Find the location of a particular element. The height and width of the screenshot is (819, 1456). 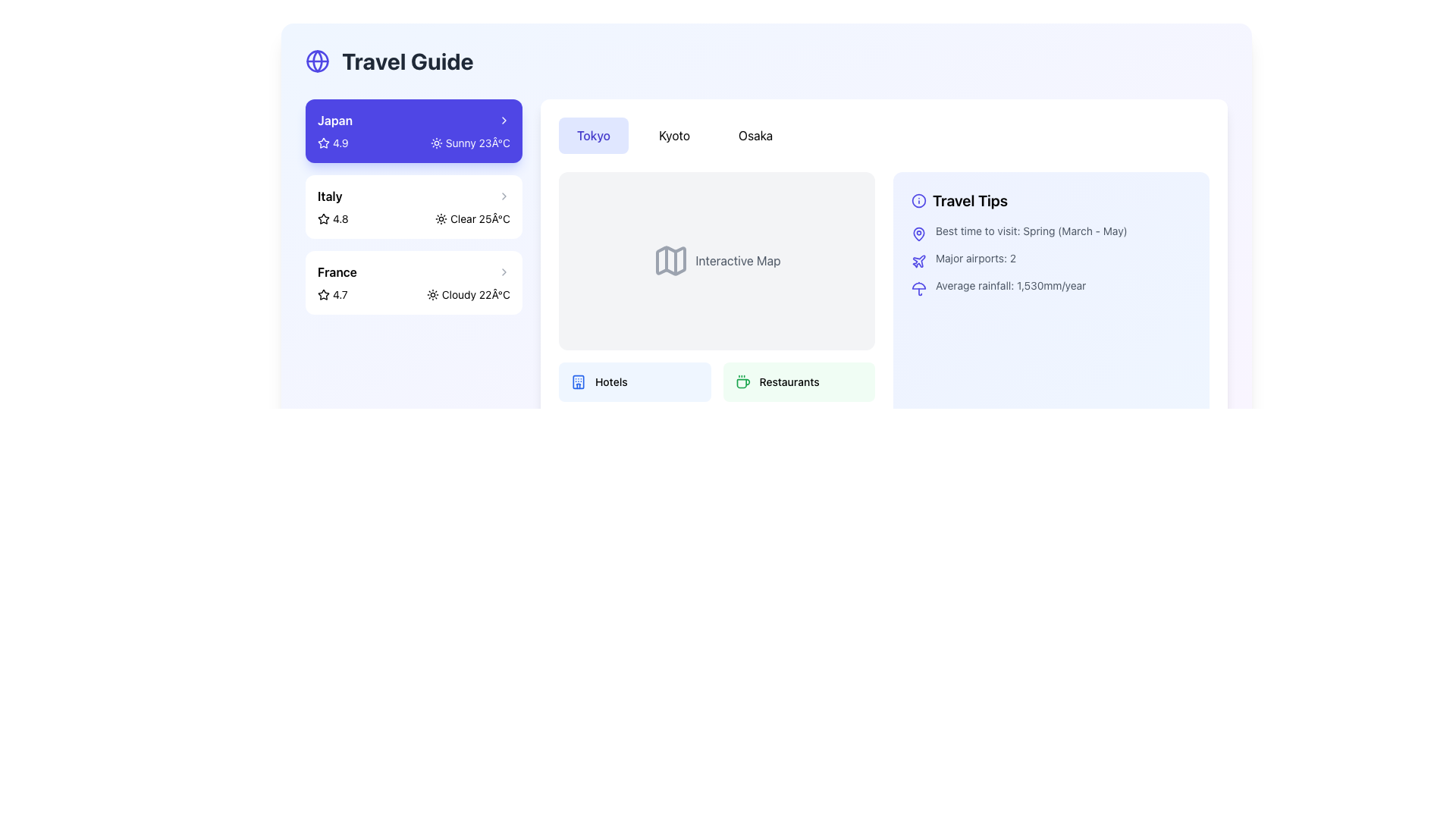

the outer circle of the globe icon, which has a blue border and is located next to the 'Travel Guide' heading in the top-left section of the interface is located at coordinates (316, 61).